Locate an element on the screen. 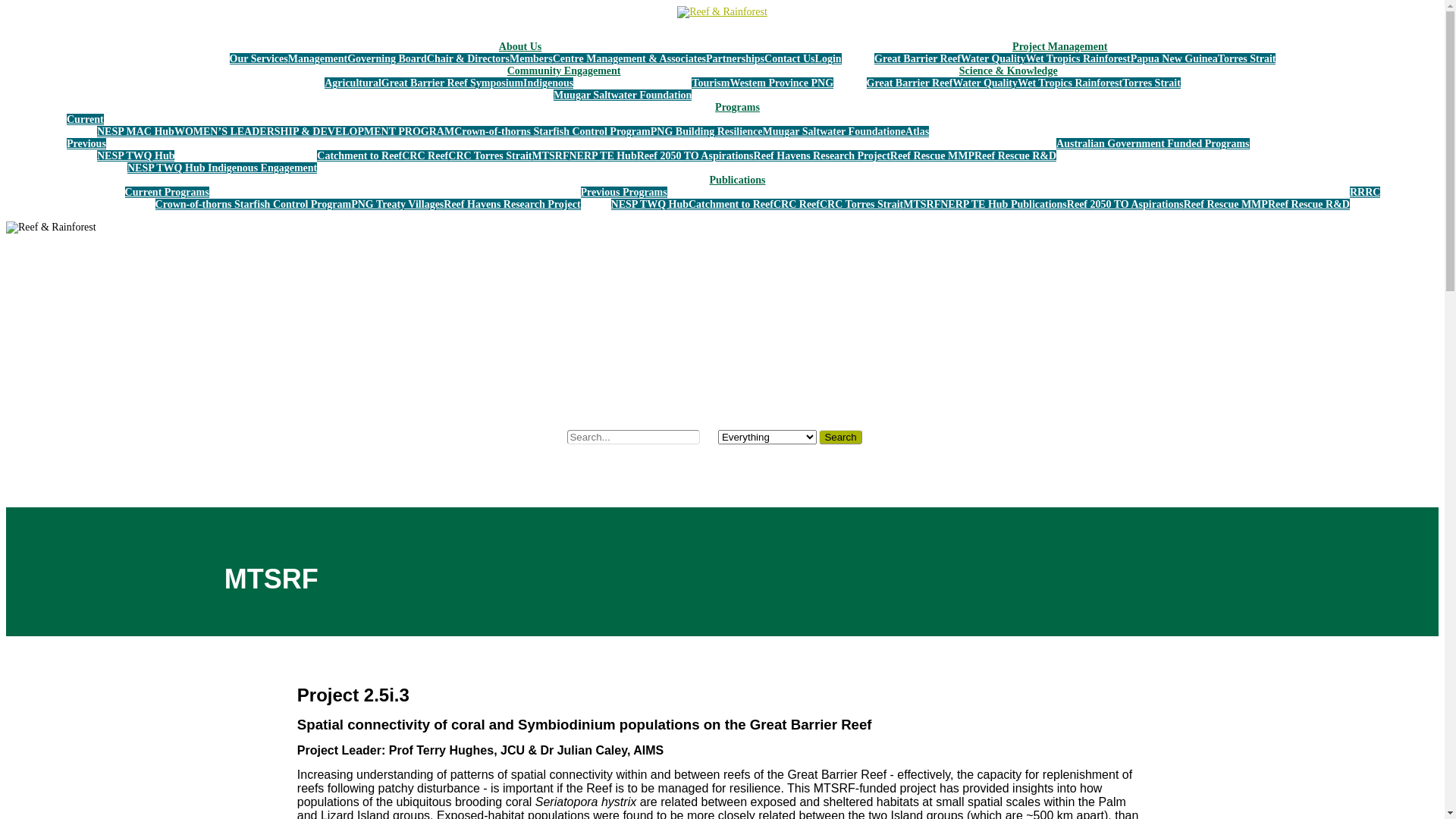  'Current' is located at coordinates (84, 118).